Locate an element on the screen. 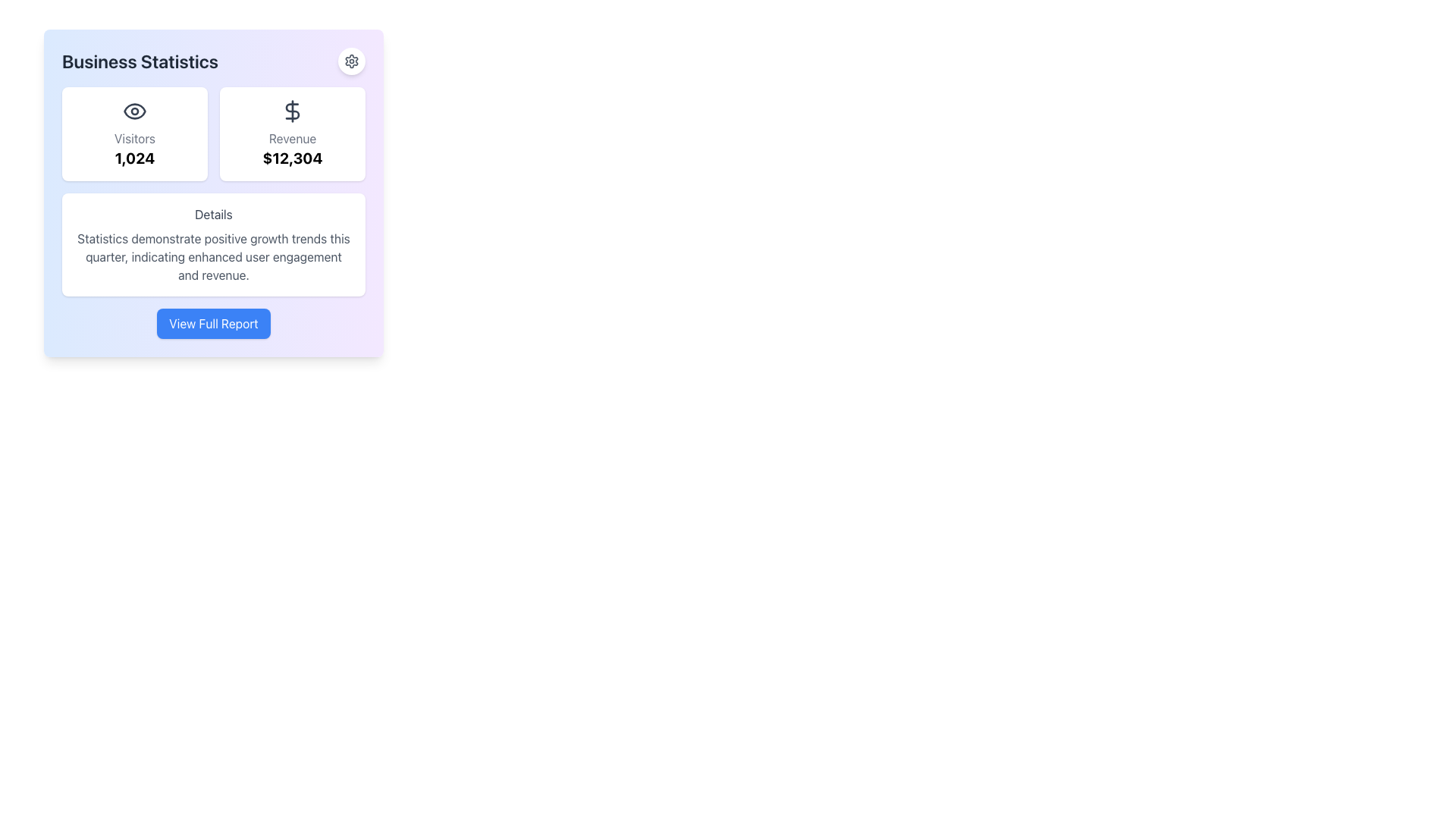  the eye-shaped icon with a filled circular pupil, located in the 'Visitors' section of the Business Statistics card is located at coordinates (134, 110).